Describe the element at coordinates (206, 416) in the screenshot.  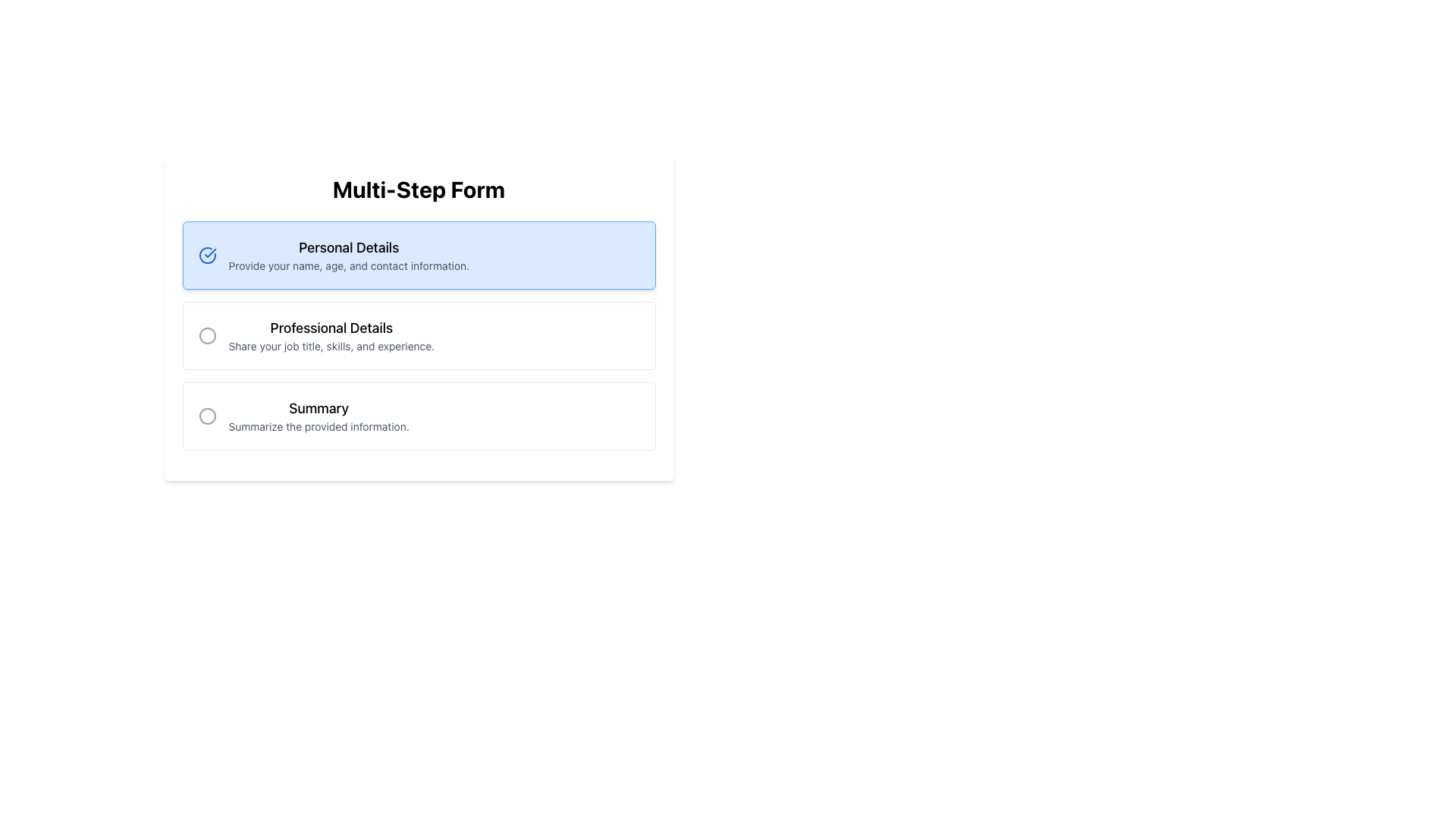
I see `the gray circular radio button located to the left of the 'Summary' title` at that location.